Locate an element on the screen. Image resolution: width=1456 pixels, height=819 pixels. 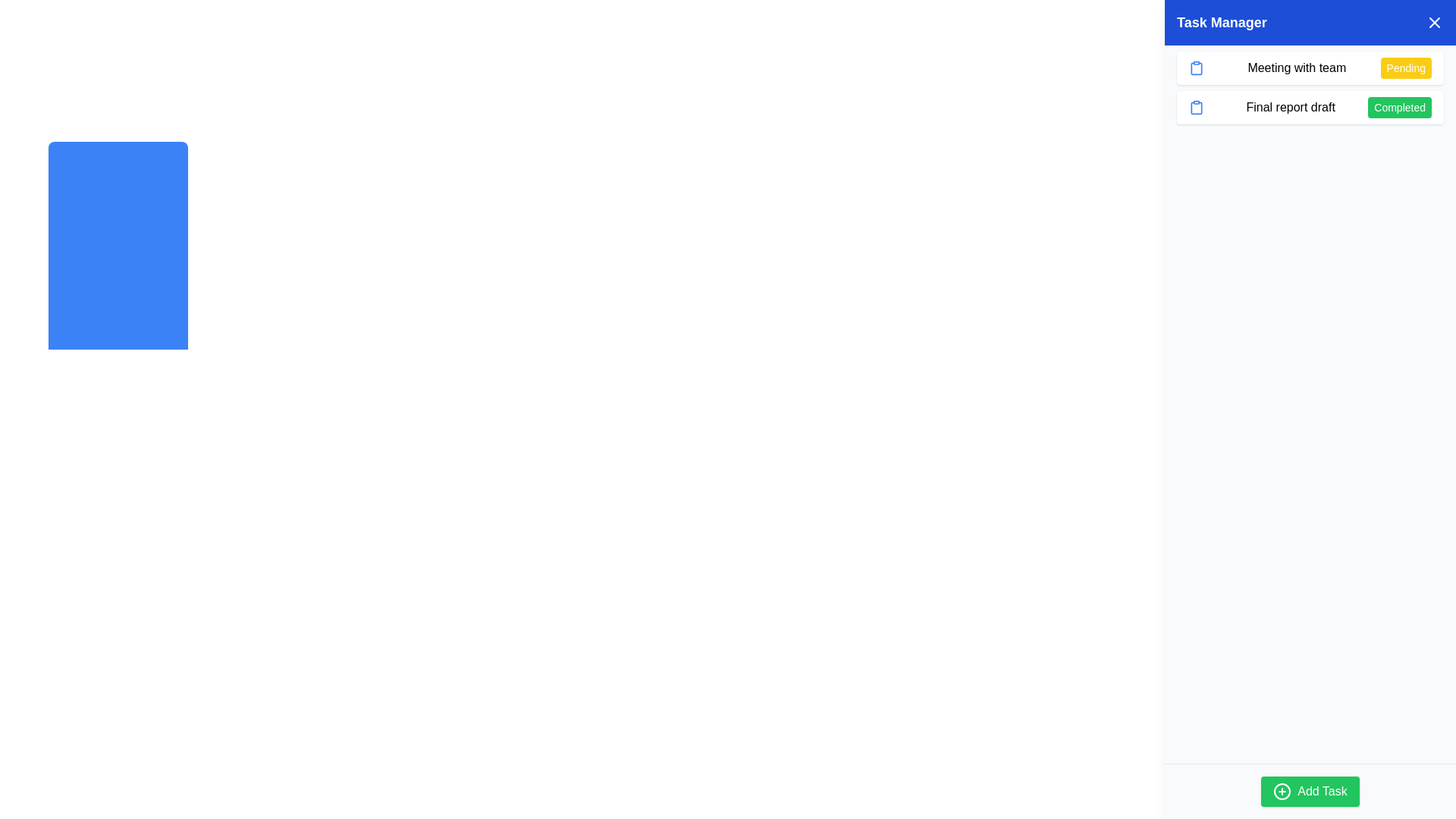
the clipboard icon outlined in bright blue located in the left part of the 'Final report draft' row is located at coordinates (1196, 107).